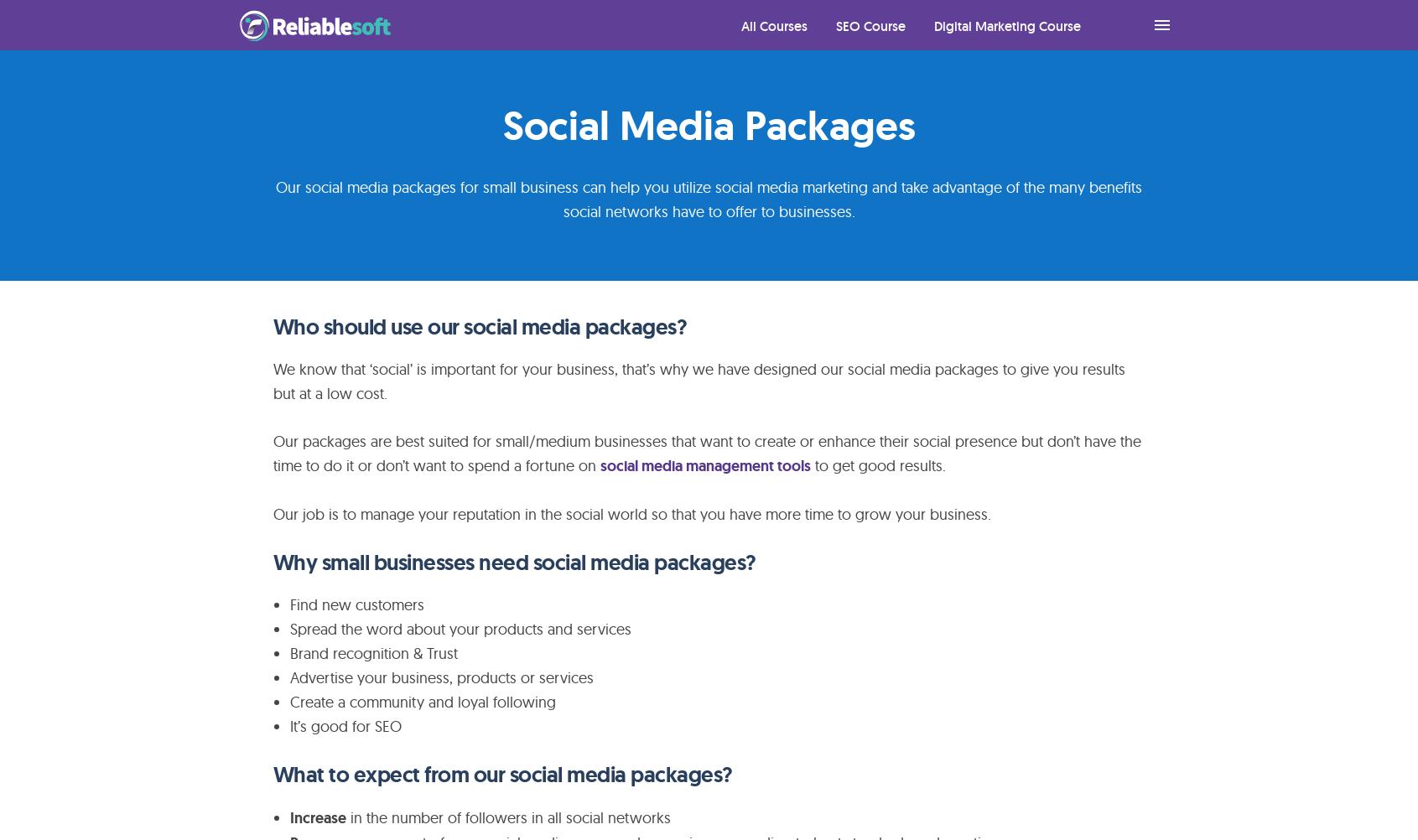 Image resolution: width=1418 pixels, height=840 pixels. Describe the element at coordinates (373, 652) in the screenshot. I see `'Brand recognition & Trust'` at that location.